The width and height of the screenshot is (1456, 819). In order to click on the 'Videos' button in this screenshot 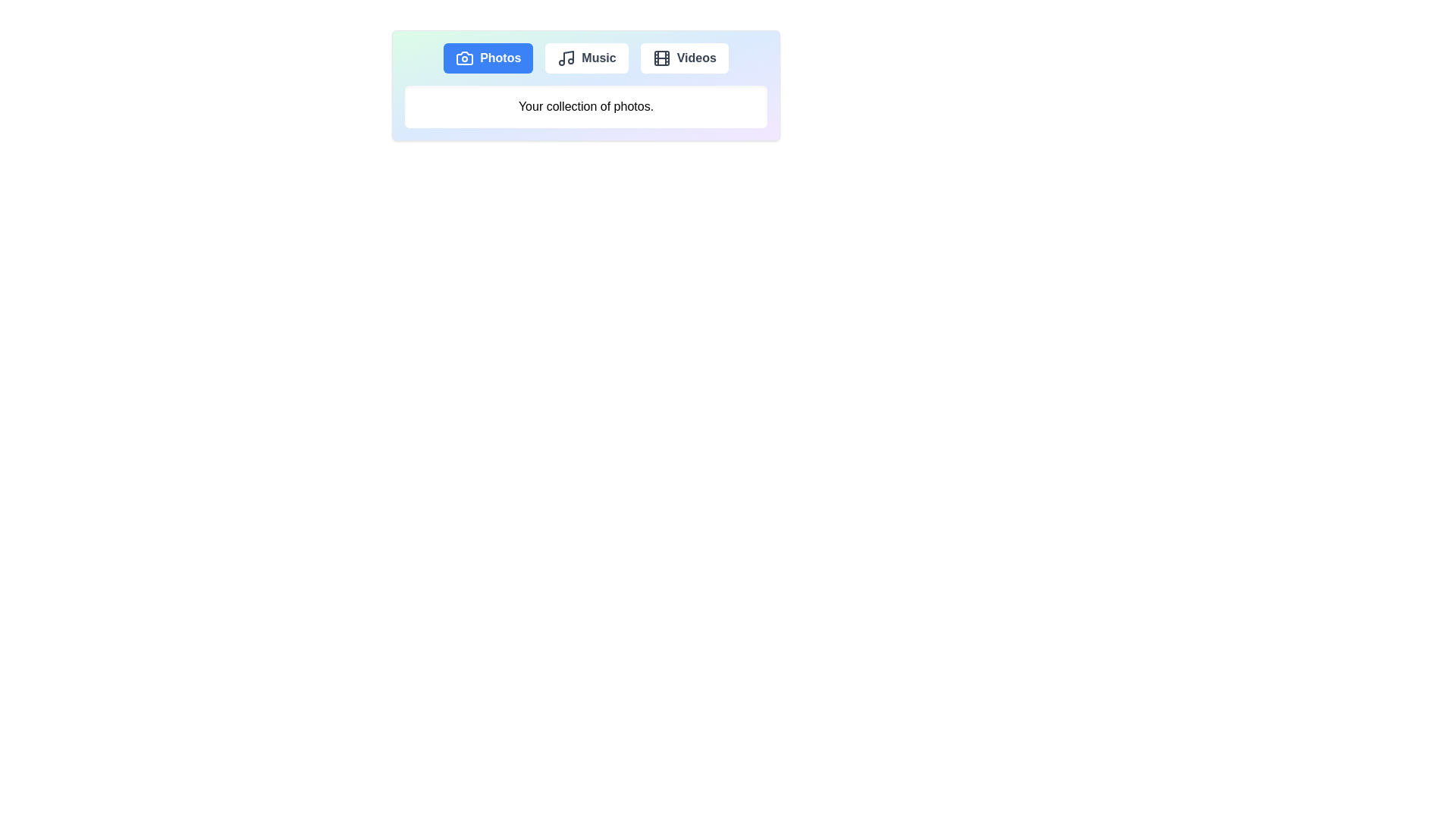, I will do `click(683, 58)`.